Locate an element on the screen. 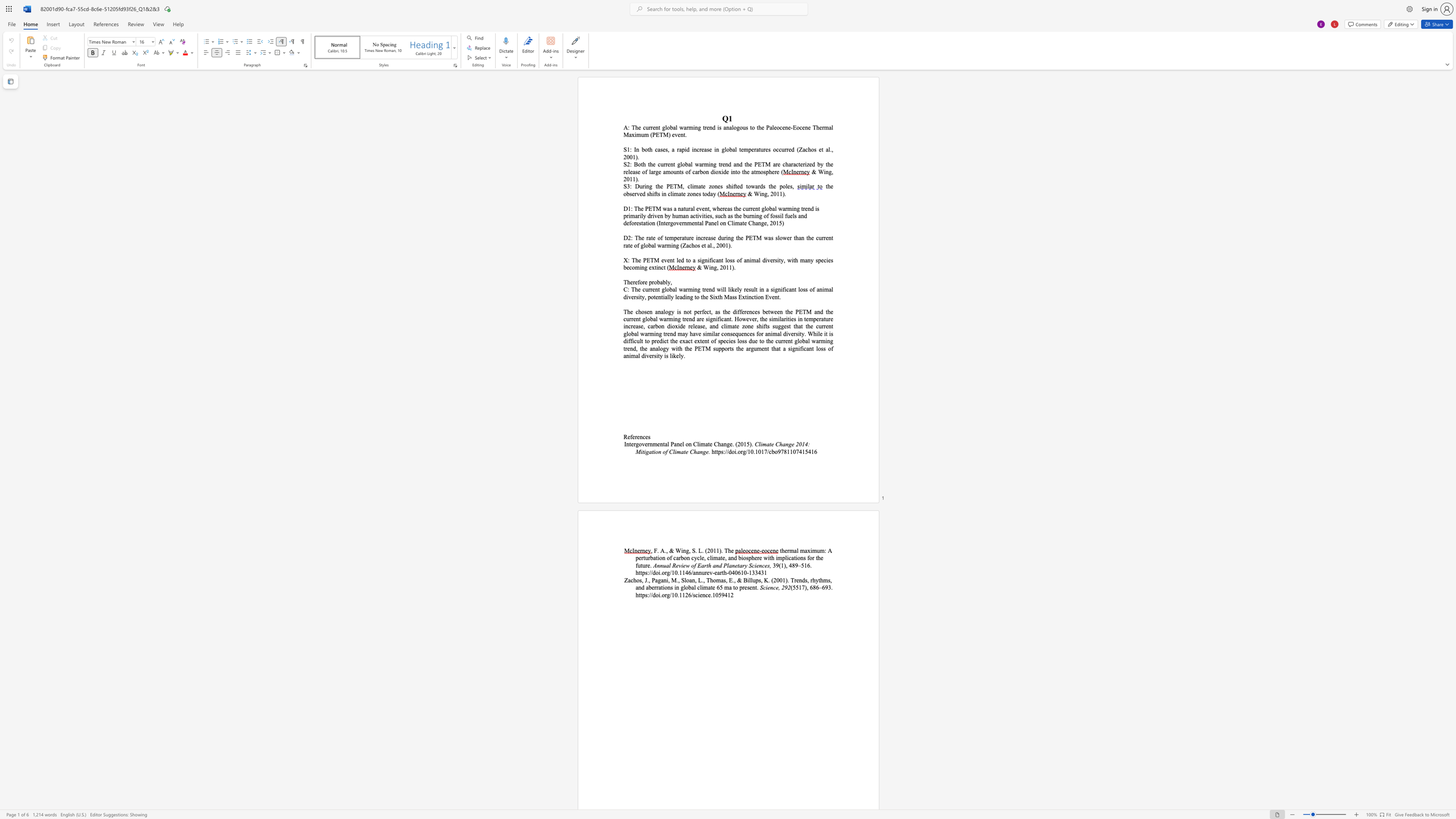 The image size is (1456, 819). the subset text "2015)." within the text "Intergovernmental Panel on Climate Change. (2015)." is located at coordinates (737, 443).